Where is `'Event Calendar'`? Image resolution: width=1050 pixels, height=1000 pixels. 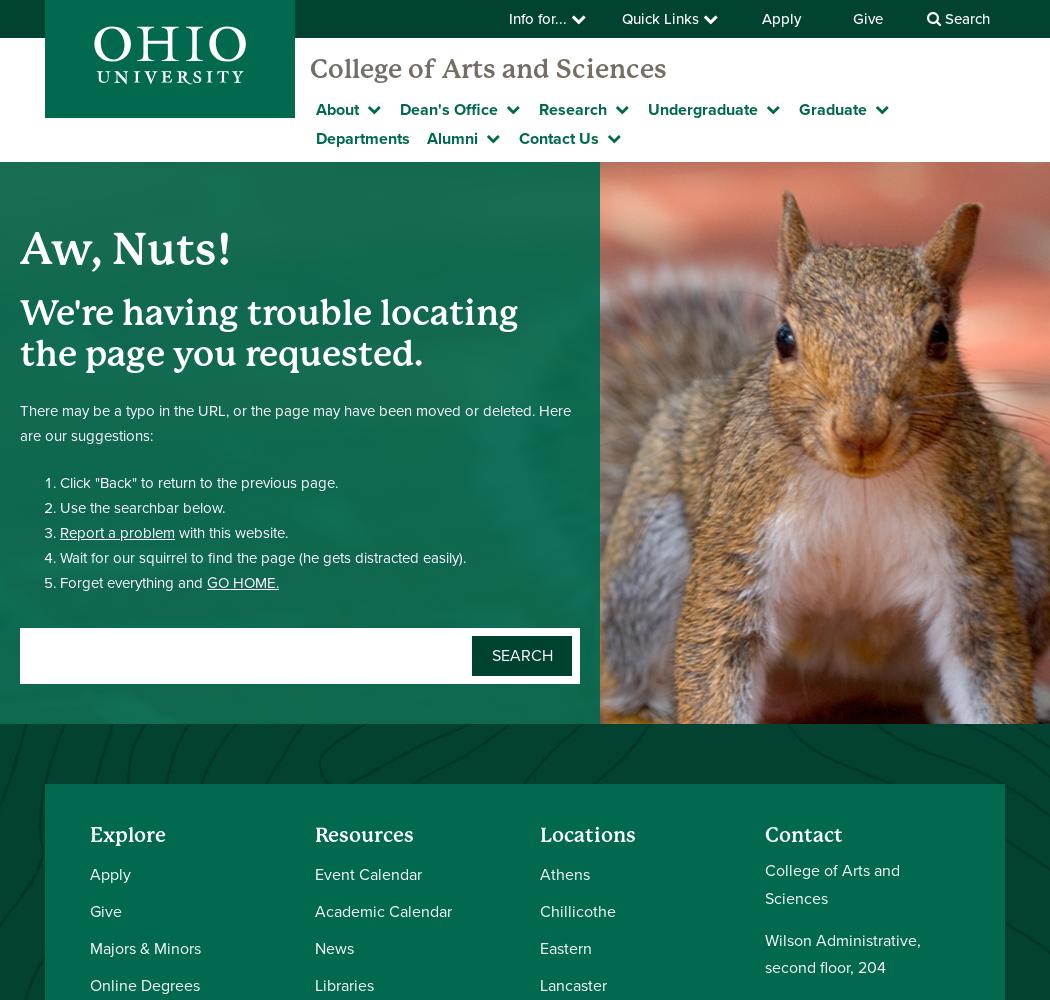
'Event Calendar' is located at coordinates (367, 873).